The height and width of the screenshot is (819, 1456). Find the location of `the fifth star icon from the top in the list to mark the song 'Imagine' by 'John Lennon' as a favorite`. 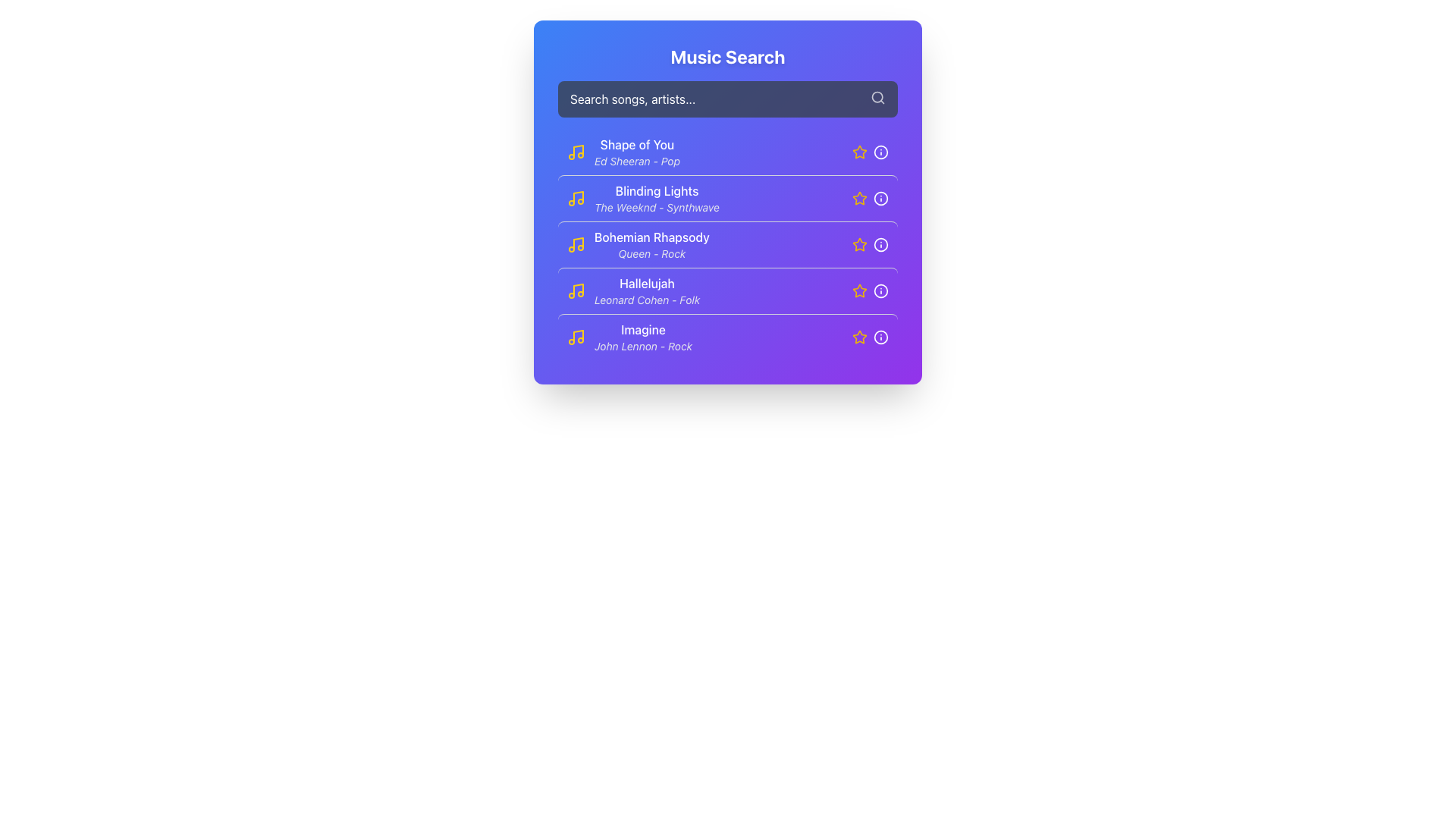

the fifth star icon from the top in the list to mark the song 'Imagine' by 'John Lennon' as a favorite is located at coordinates (858, 335).